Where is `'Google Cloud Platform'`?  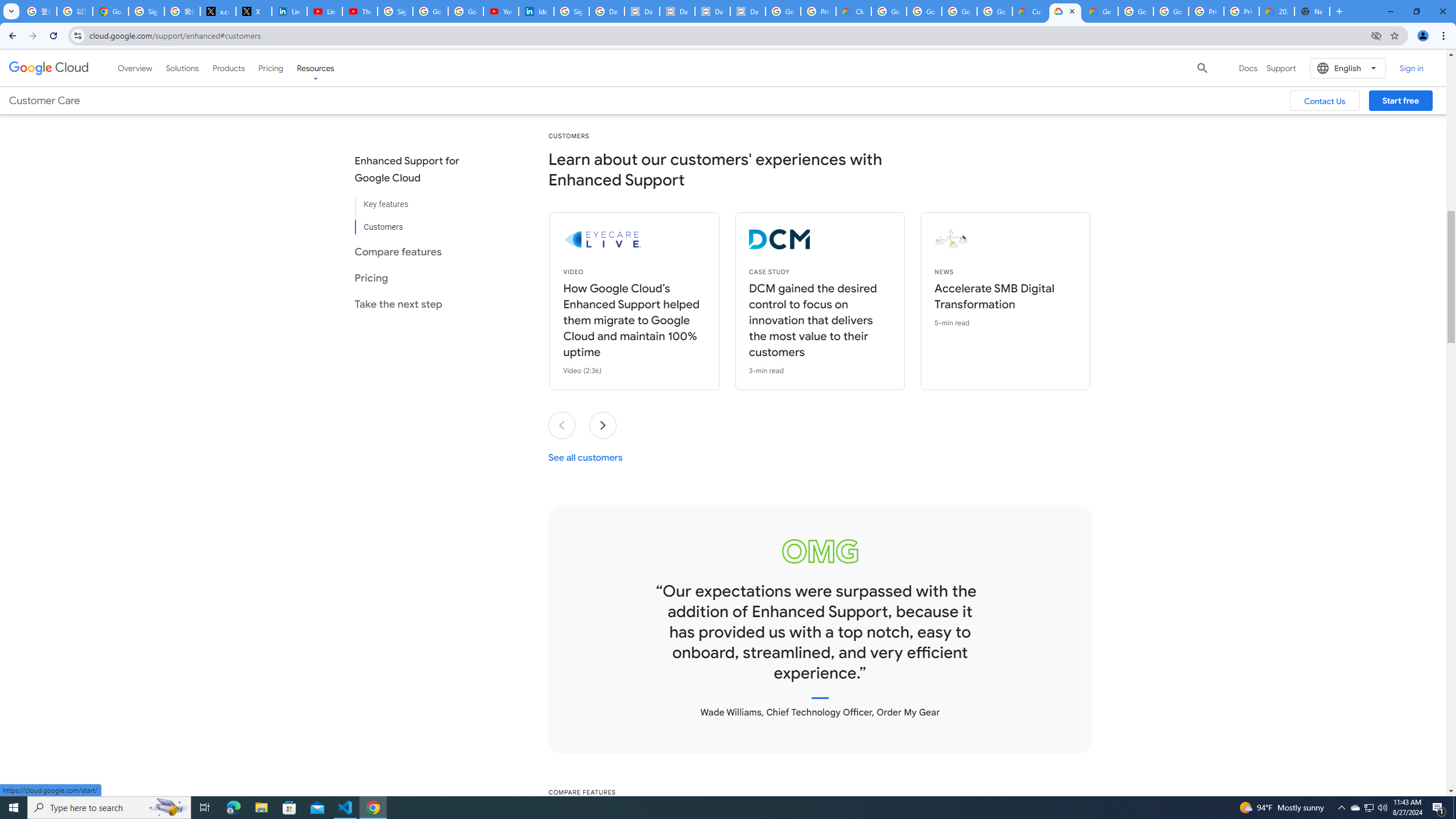
'Google Cloud Platform' is located at coordinates (1135, 11).